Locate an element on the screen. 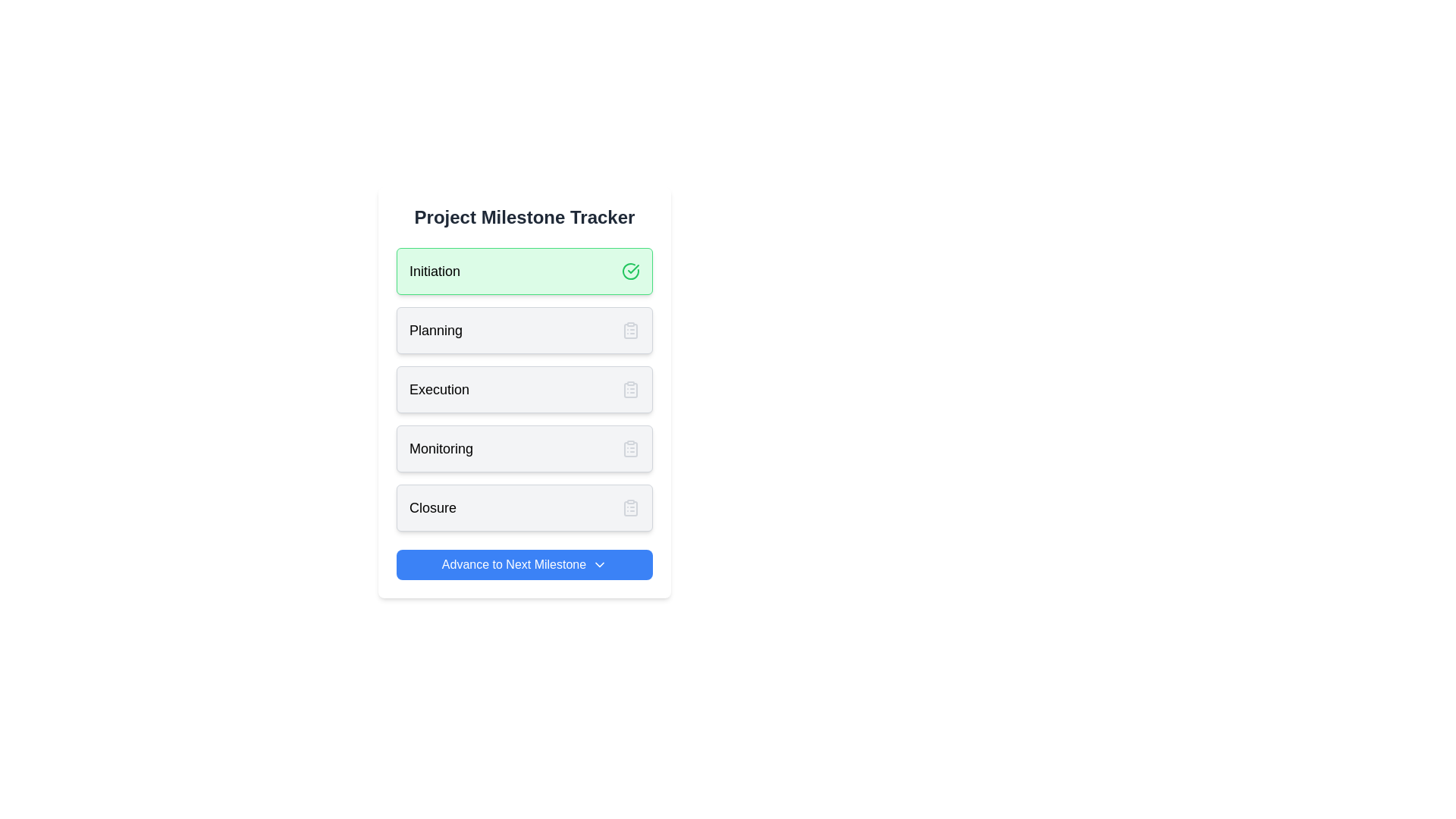 The image size is (1456, 819). the 'Planning' milestone button, which is the second item in the vertical list under 'Project Milestone Tracker' is located at coordinates (524, 329).